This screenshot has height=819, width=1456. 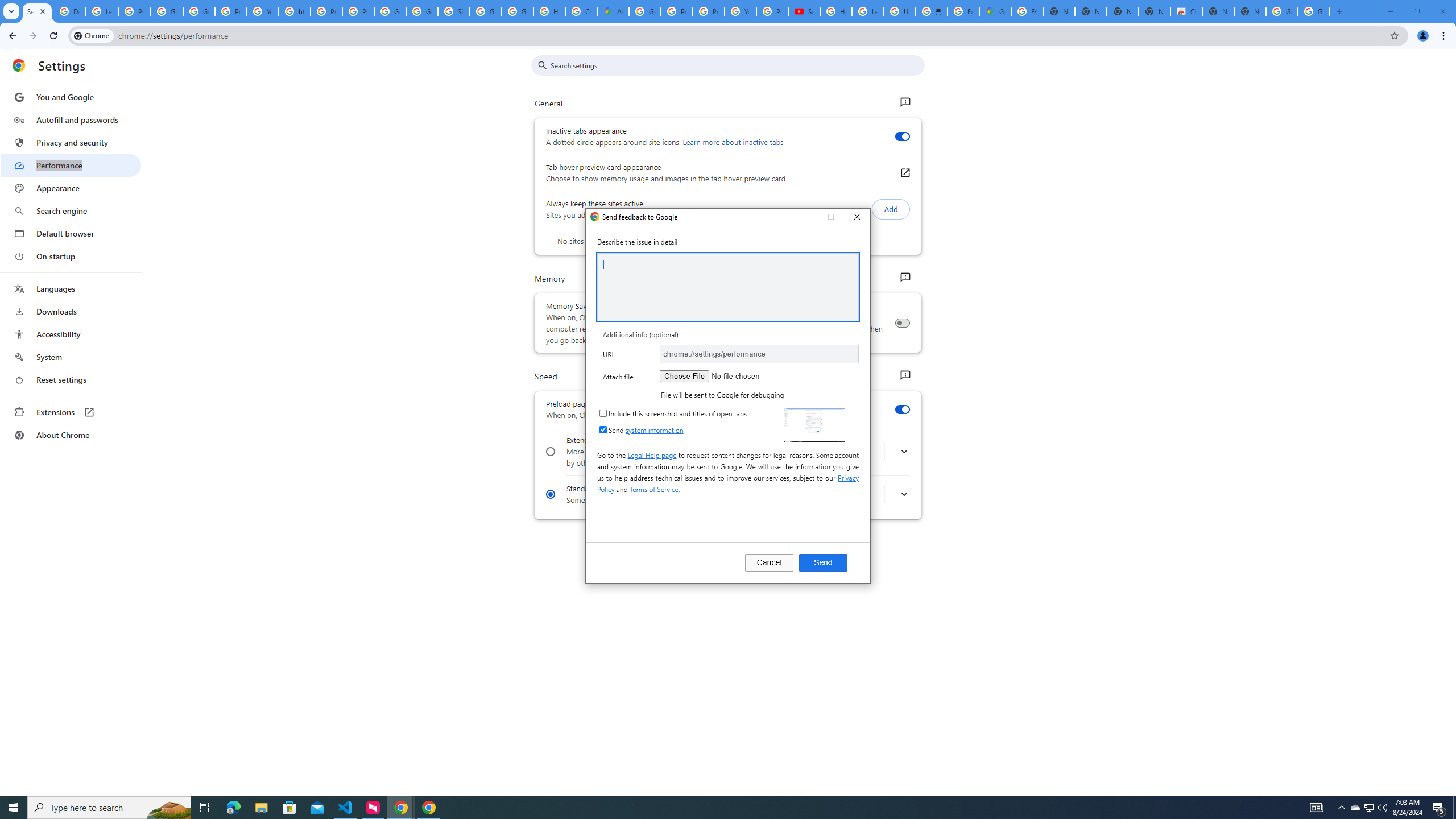 I want to click on 'Microsoft Store', so click(x=289, y=806).